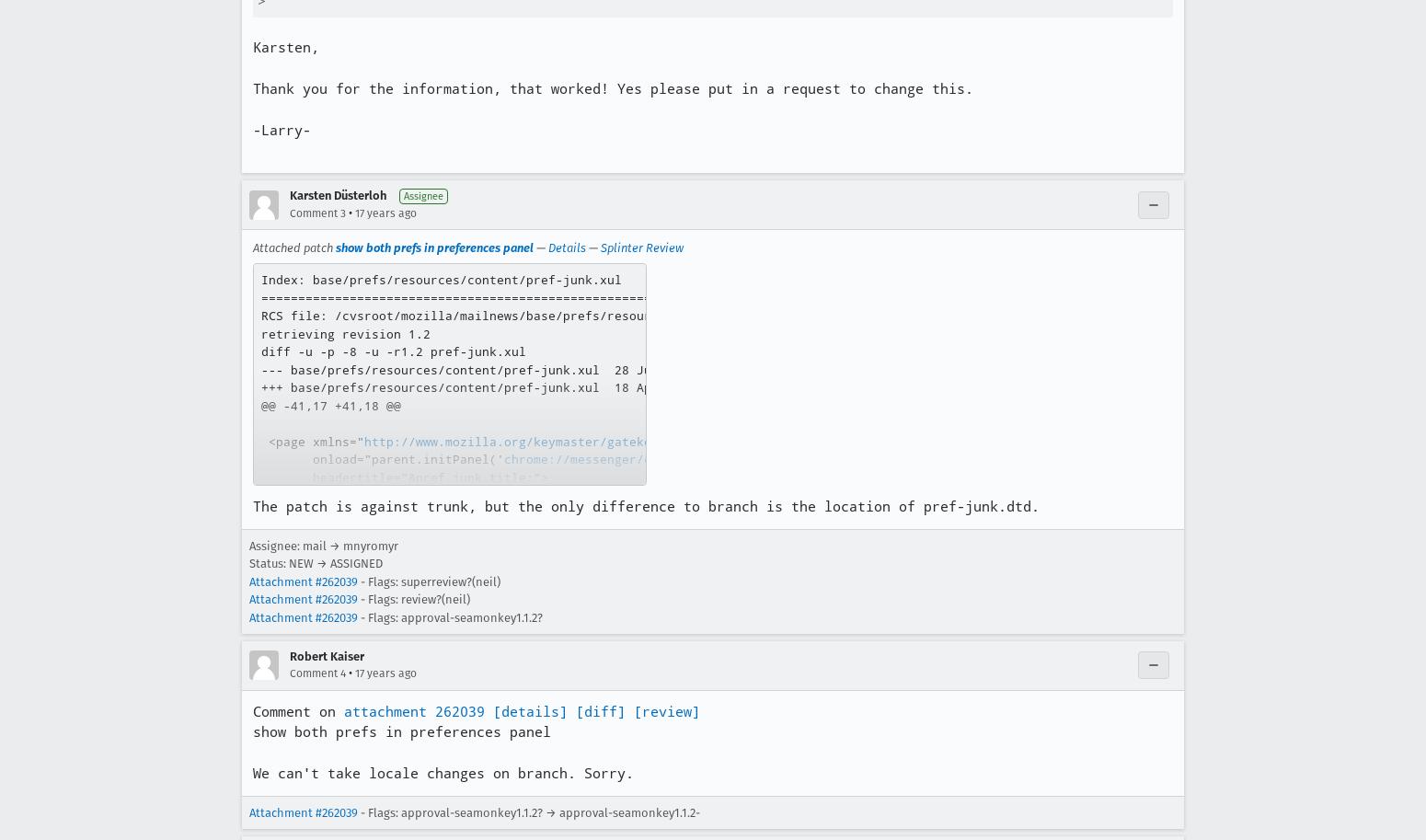 Image resolution: width=1426 pixels, height=840 pixels. Describe the element at coordinates (343, 711) in the screenshot. I see `'attachment 262039'` at that location.